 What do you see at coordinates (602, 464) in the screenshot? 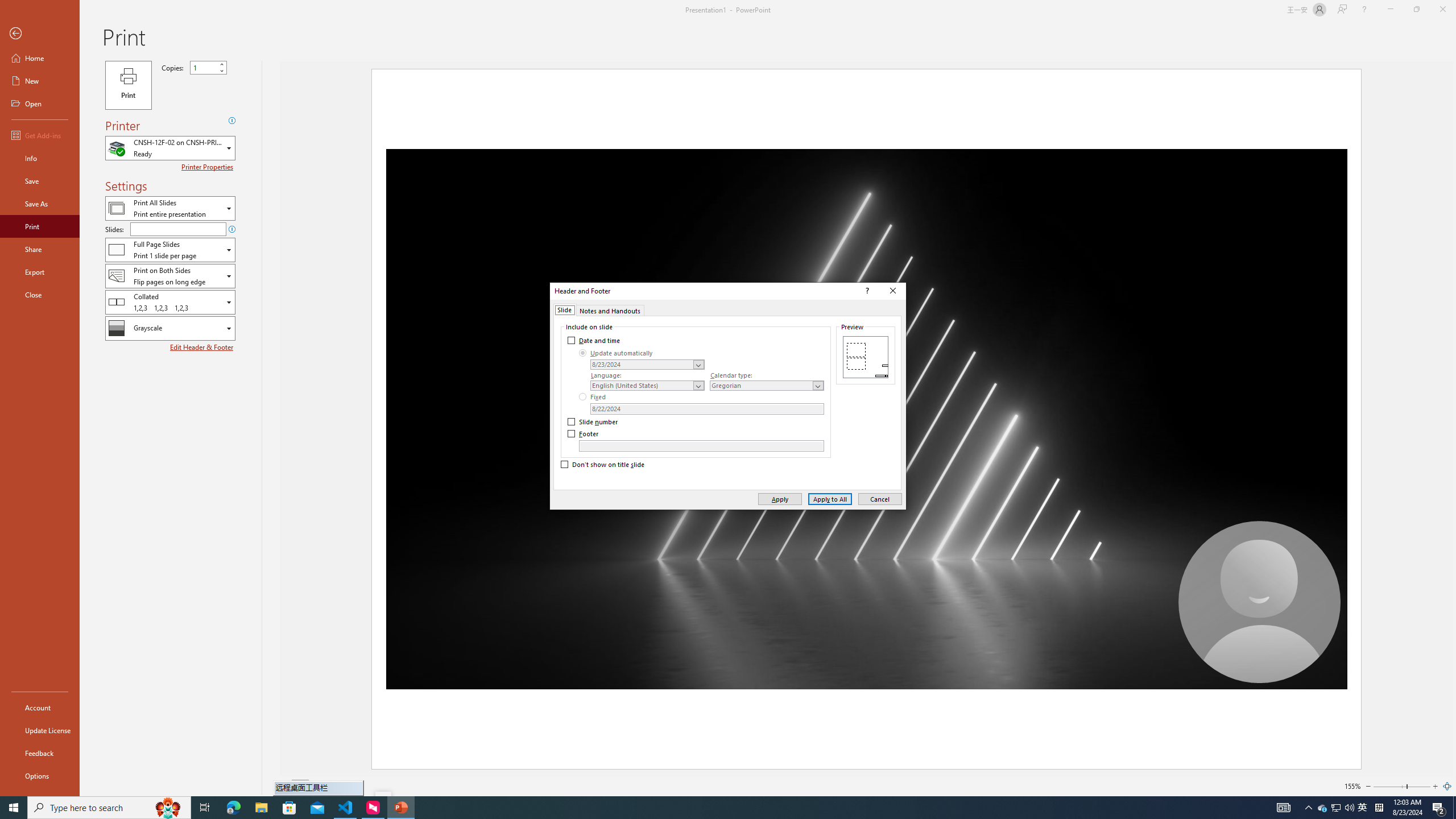
I see `'Don'` at bounding box center [602, 464].